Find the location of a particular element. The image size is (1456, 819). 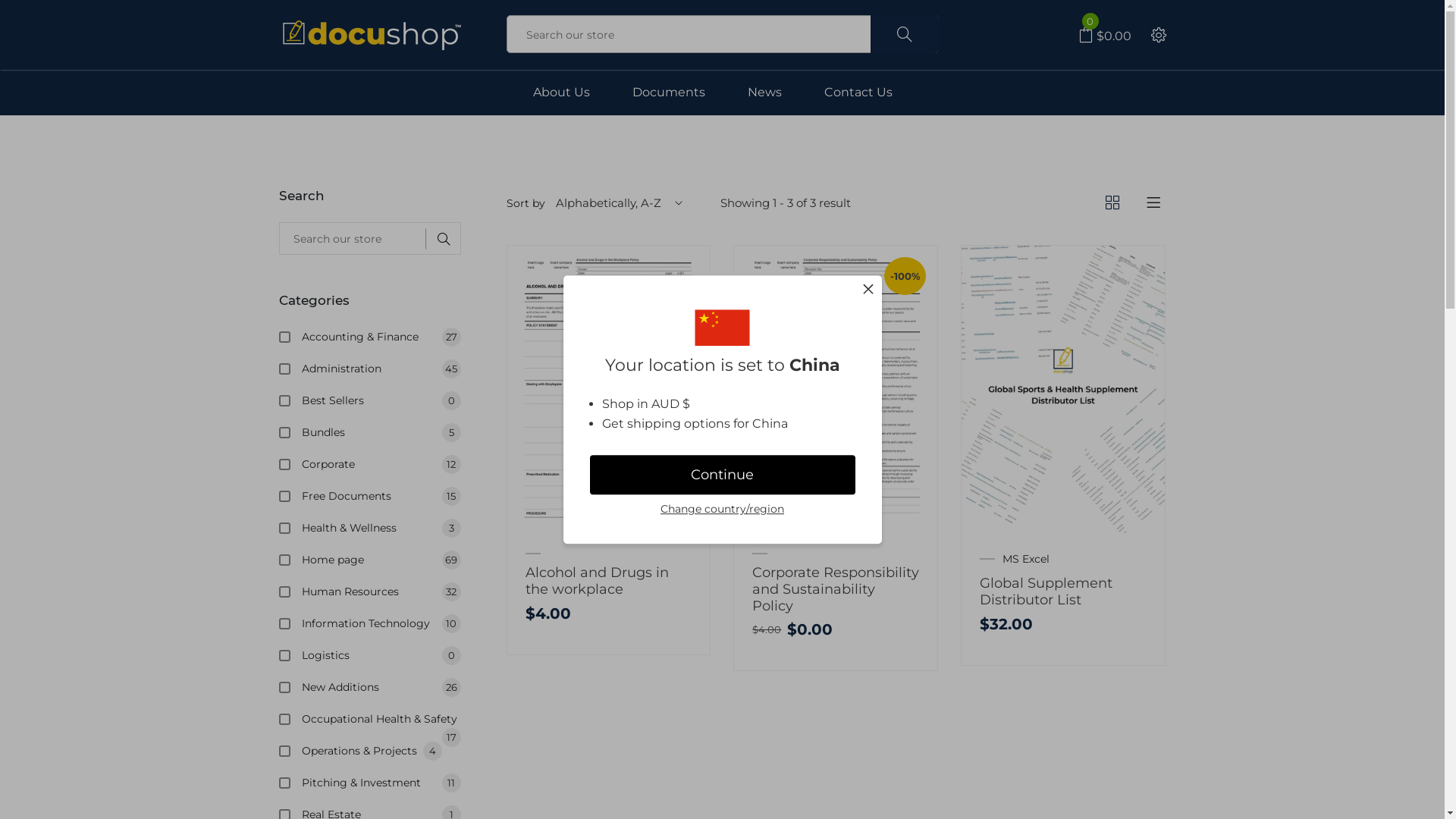

'Documents' is located at coordinates (668, 93).